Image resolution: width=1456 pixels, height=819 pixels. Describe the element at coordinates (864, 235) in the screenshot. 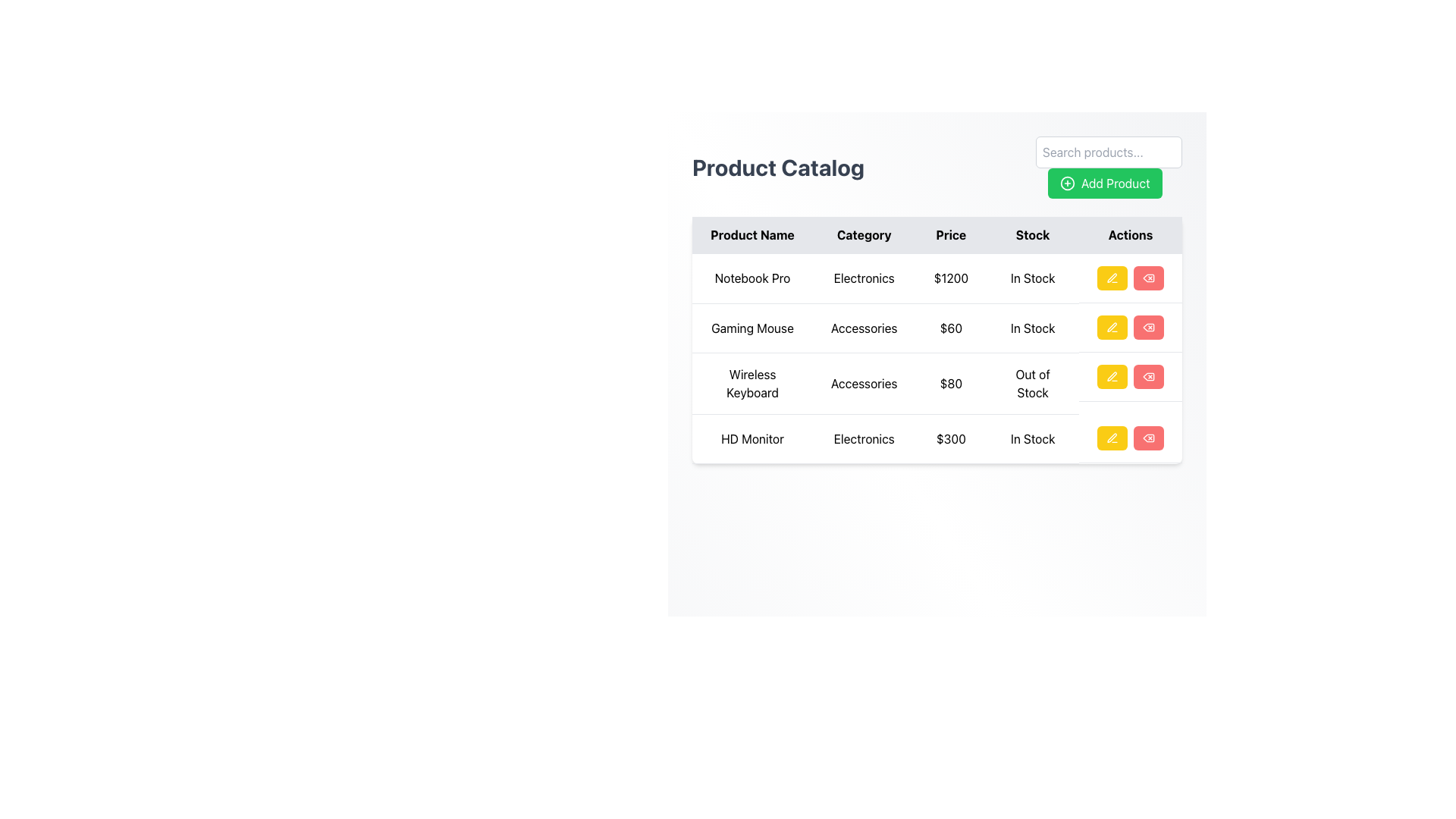

I see `the table header labeled 'Category' which is the second column header in the product catalog table` at that location.